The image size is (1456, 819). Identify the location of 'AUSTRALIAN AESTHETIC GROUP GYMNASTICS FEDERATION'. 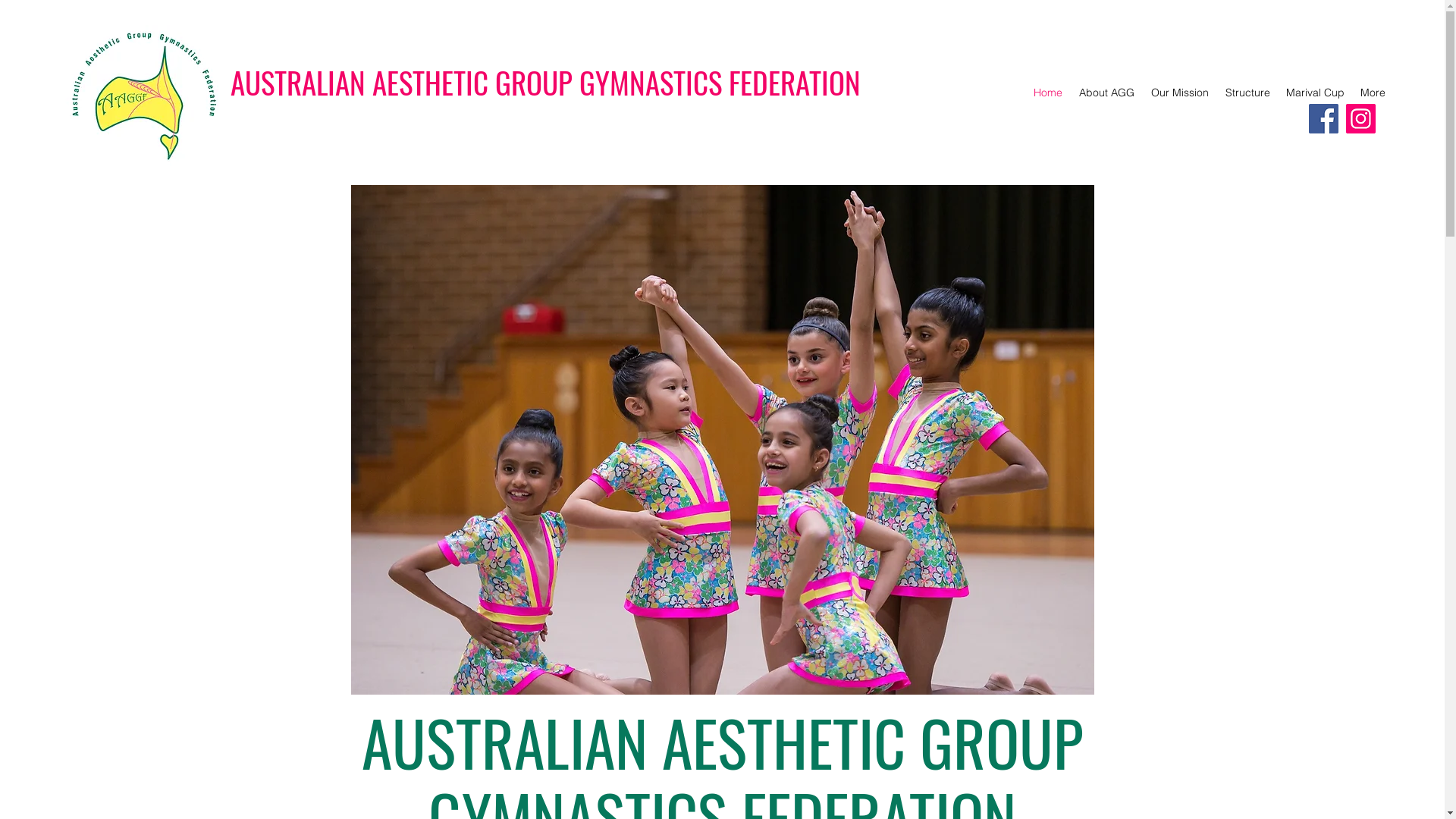
(545, 82).